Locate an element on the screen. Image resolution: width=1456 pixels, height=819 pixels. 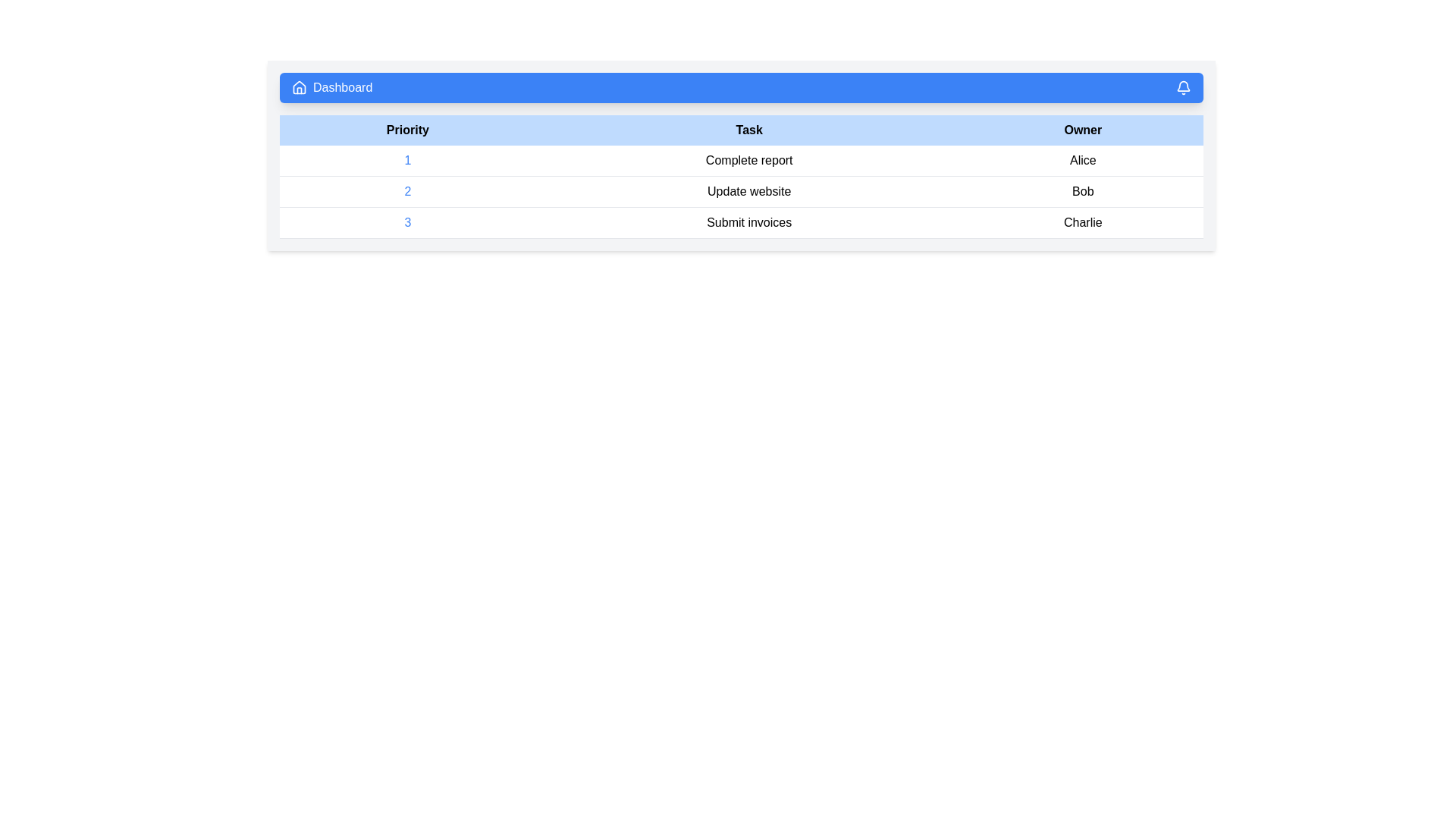
the dashboard icon located in the header bar, specifically to the left of the 'Dashboard' text label is located at coordinates (299, 87).